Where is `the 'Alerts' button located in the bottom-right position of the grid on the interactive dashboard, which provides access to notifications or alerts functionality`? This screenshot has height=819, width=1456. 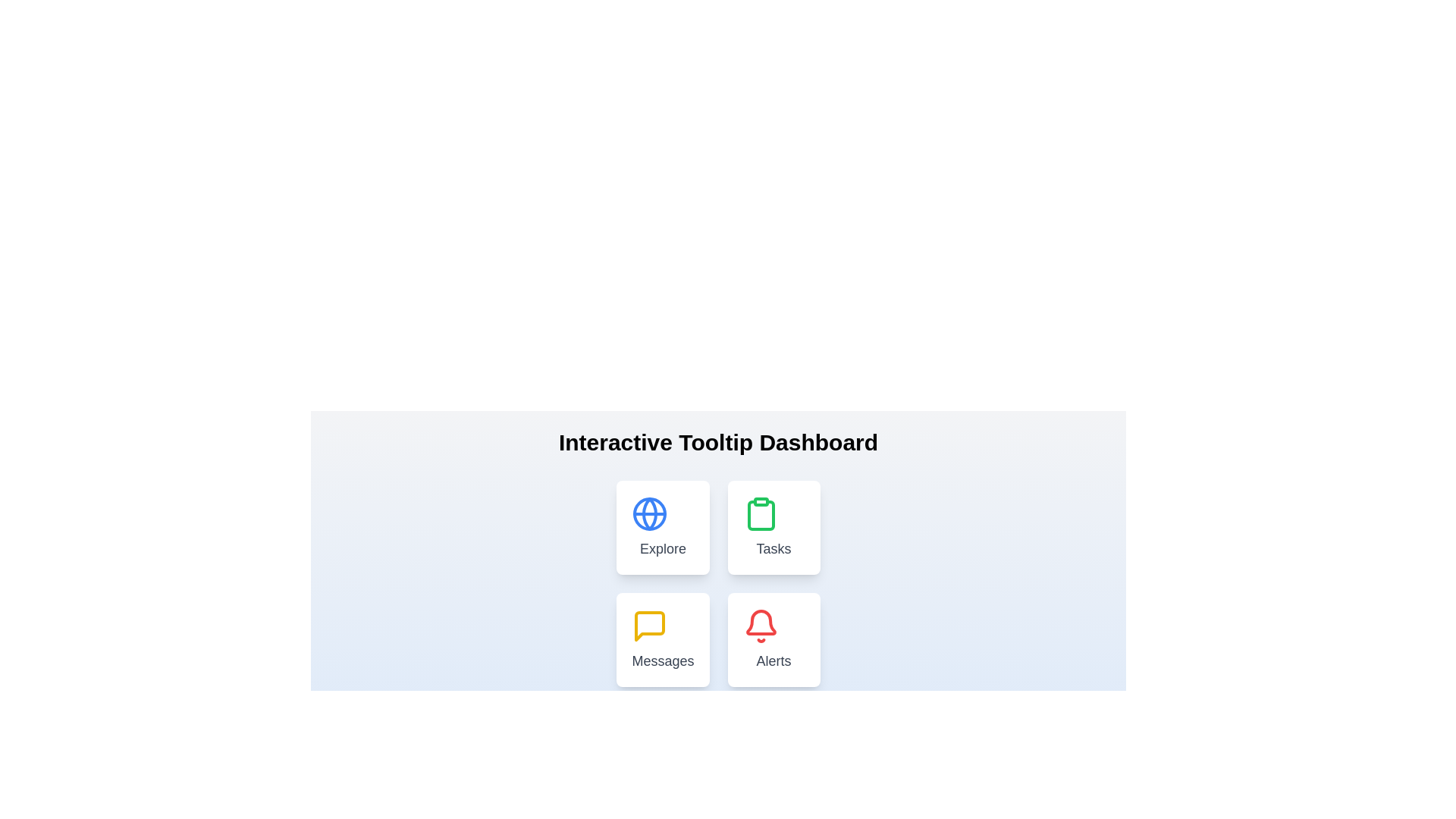 the 'Alerts' button located in the bottom-right position of the grid on the interactive dashboard, which provides access to notifications or alerts functionality is located at coordinates (773, 640).